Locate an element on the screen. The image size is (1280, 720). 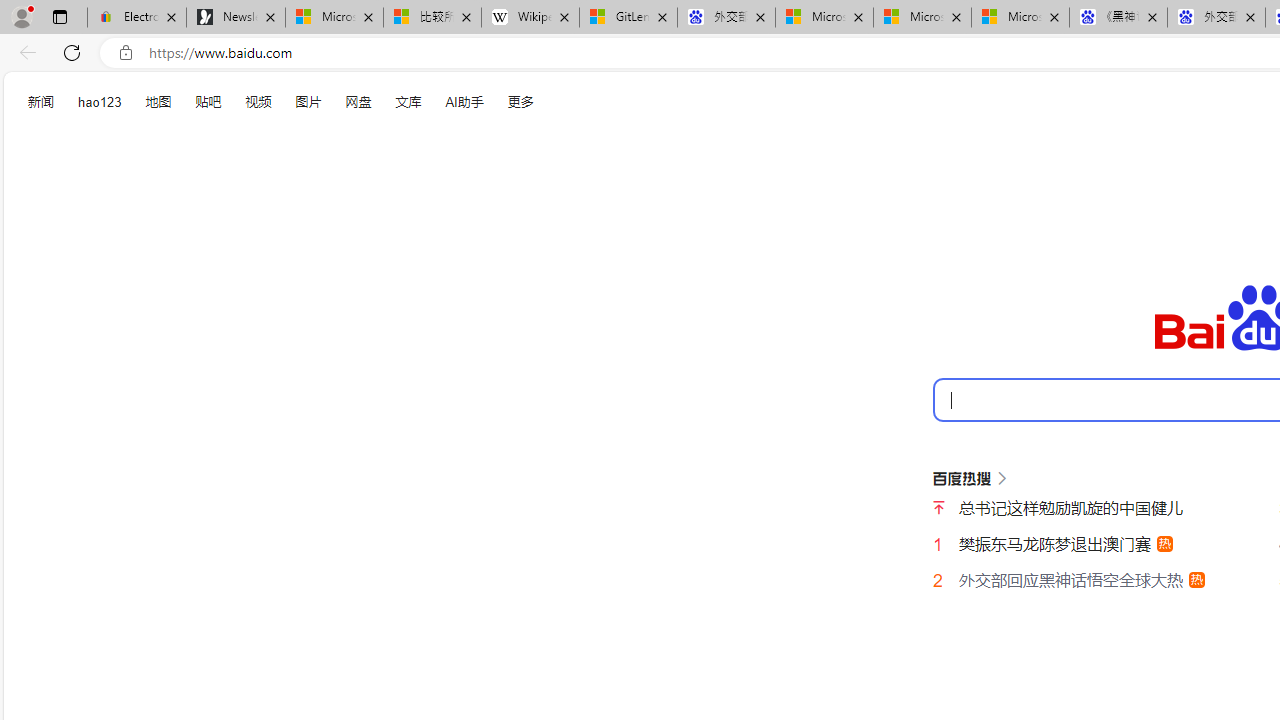
'Newsletter Sign Up' is located at coordinates (236, 17).